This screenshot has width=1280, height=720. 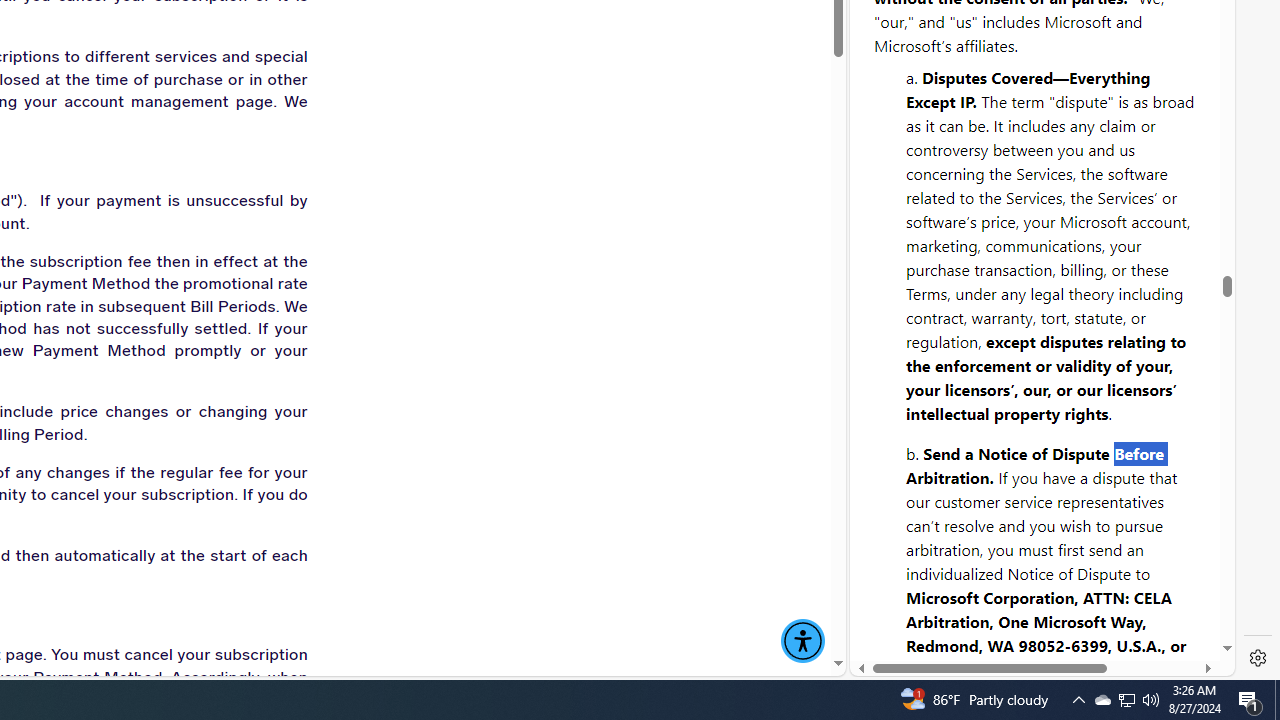 I want to click on 'Accessibility Menu', so click(x=803, y=641).